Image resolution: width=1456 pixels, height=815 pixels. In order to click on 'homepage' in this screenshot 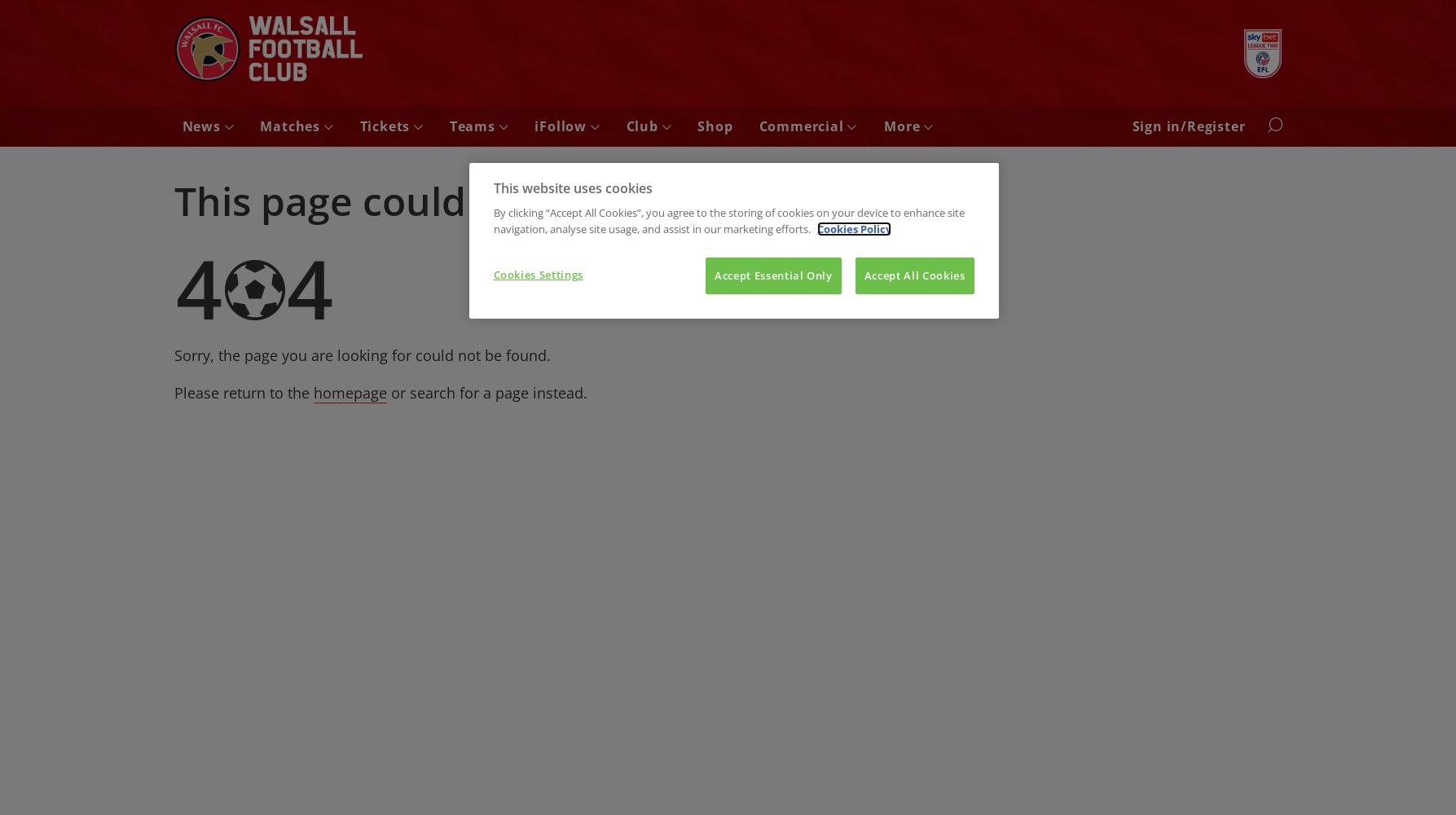, I will do `click(313, 391)`.